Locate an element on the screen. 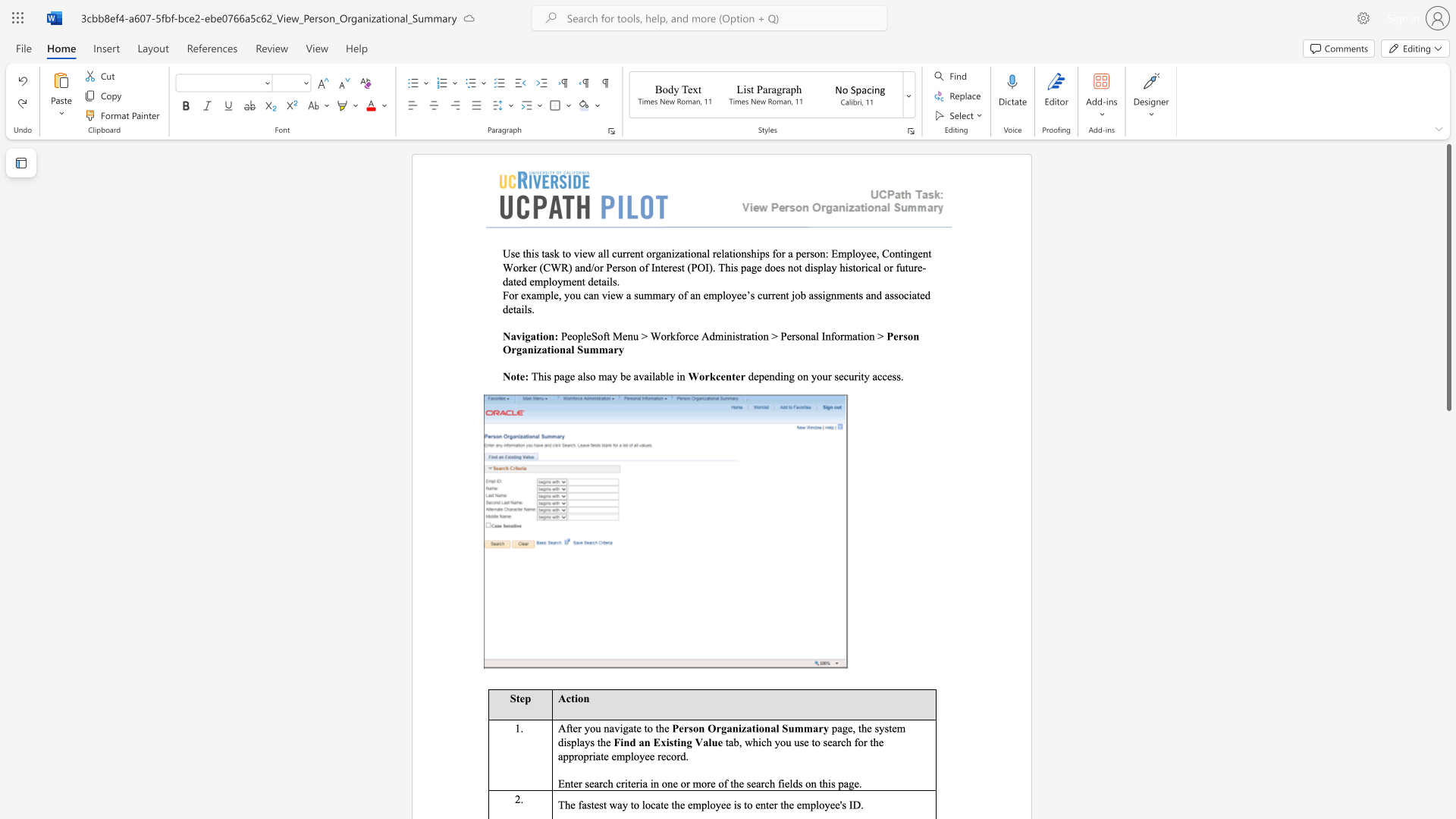  the subset text "ent deta" within the text "Use this task to view all current organizational relationships for a person: Employee, Contingent Worker (CWR) and/or Person of Interest (POI). This page does not display historical or future- dated employment details." is located at coordinates (570, 281).